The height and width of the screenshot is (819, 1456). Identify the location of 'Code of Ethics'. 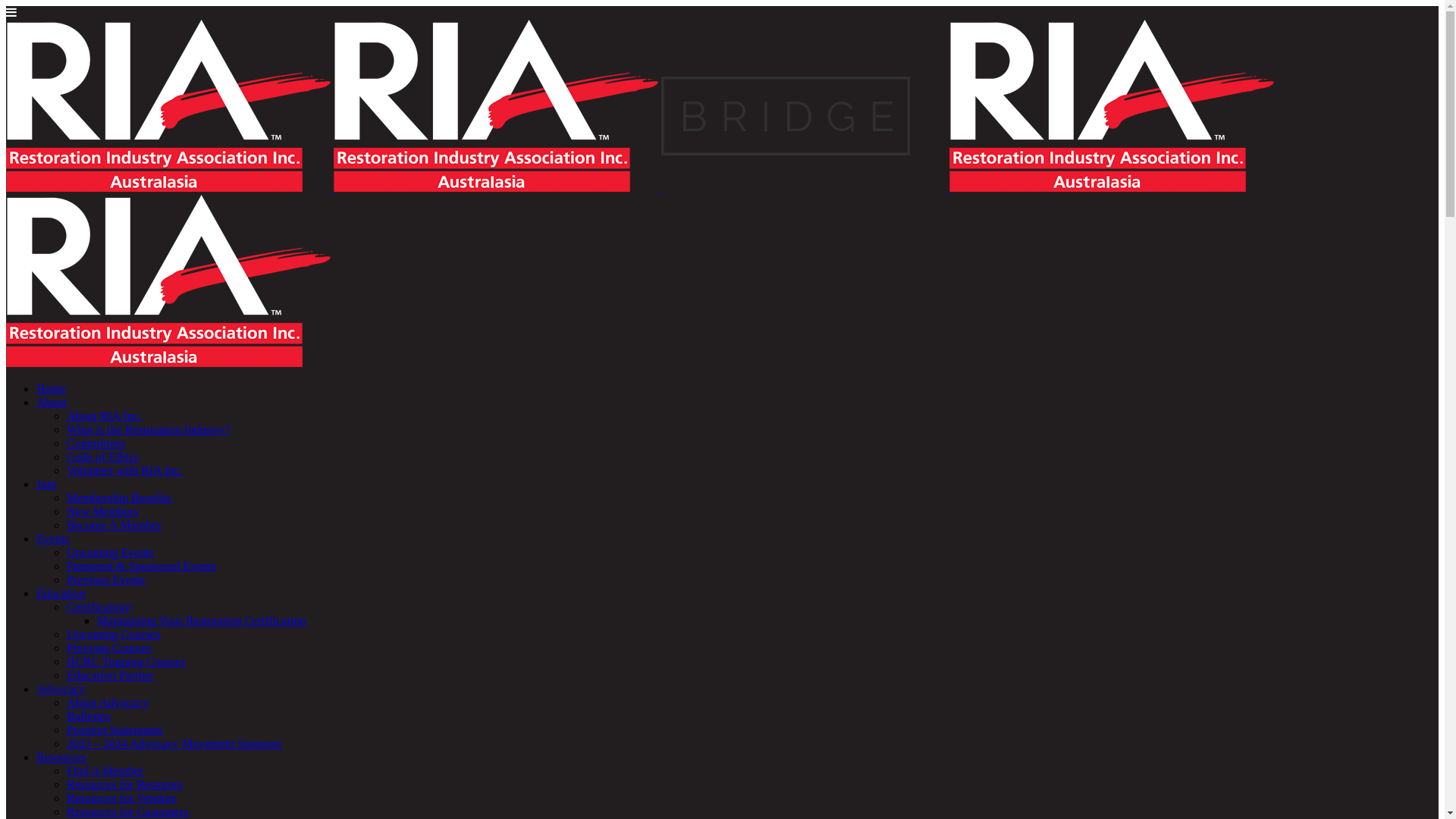
(102, 456).